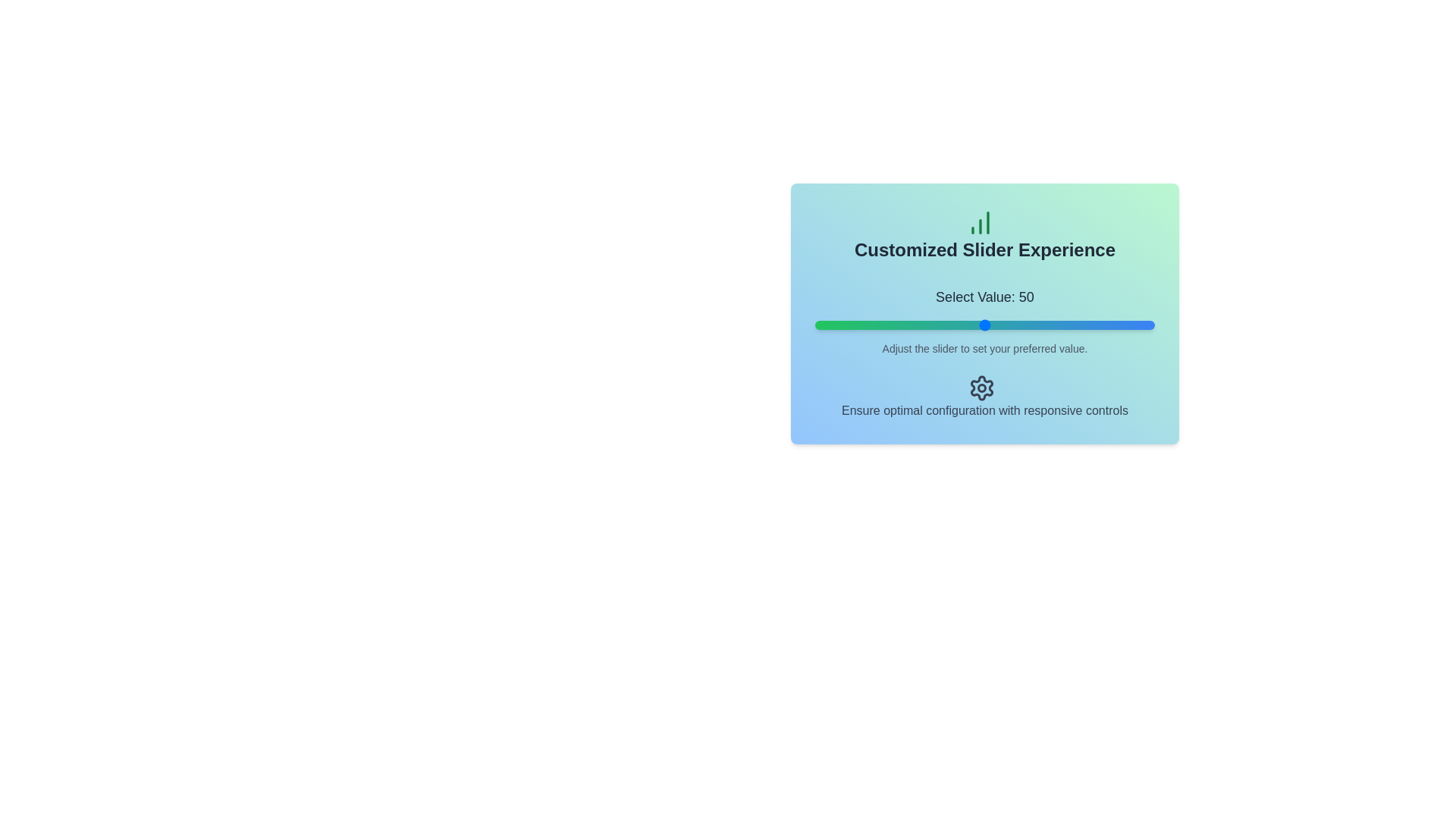 The image size is (1456, 819). Describe the element at coordinates (926, 324) in the screenshot. I see `the slider to set its value to 33` at that location.